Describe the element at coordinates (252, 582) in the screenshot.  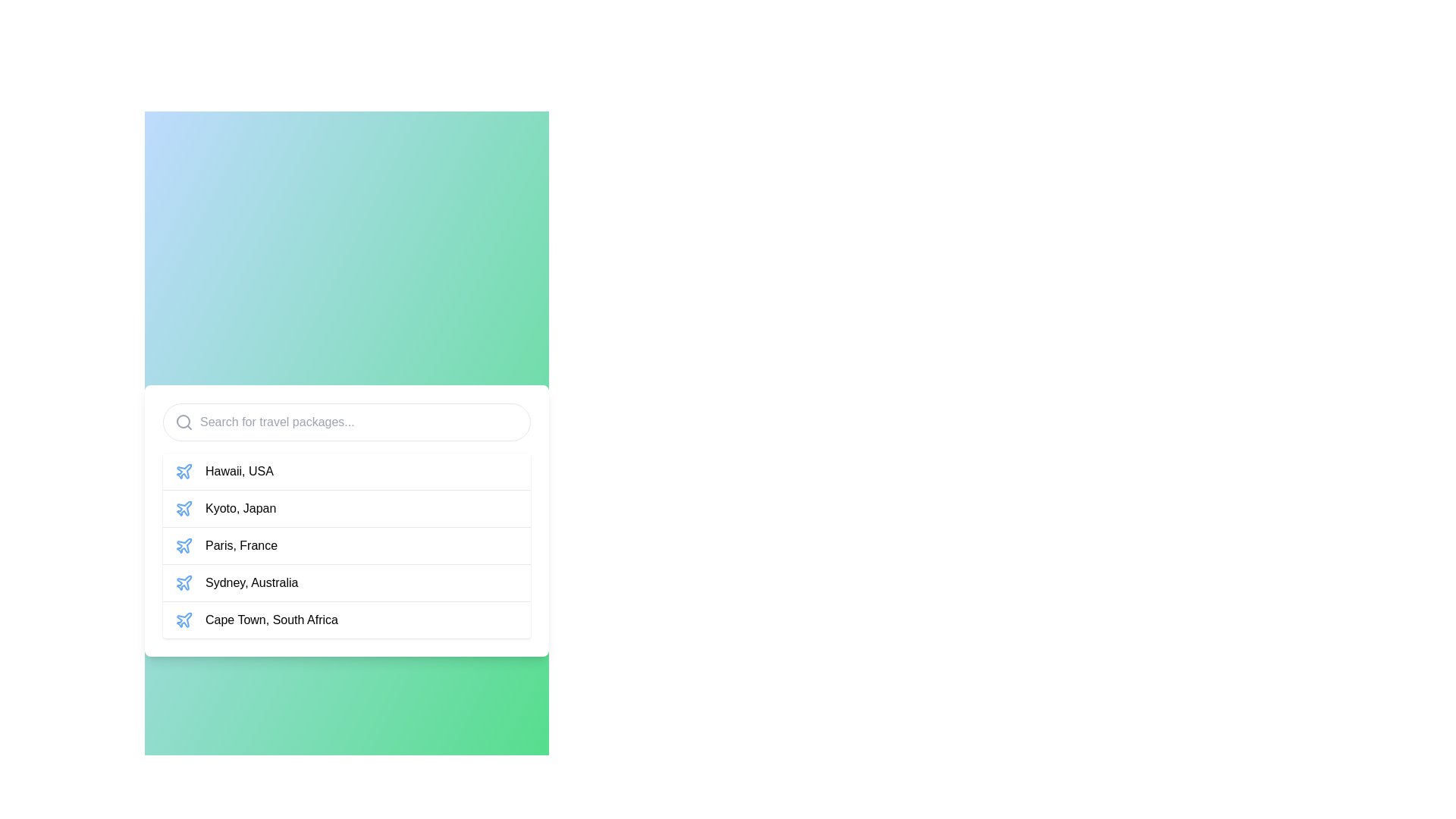
I see `the text label 'Sydney, Australia'` at that location.